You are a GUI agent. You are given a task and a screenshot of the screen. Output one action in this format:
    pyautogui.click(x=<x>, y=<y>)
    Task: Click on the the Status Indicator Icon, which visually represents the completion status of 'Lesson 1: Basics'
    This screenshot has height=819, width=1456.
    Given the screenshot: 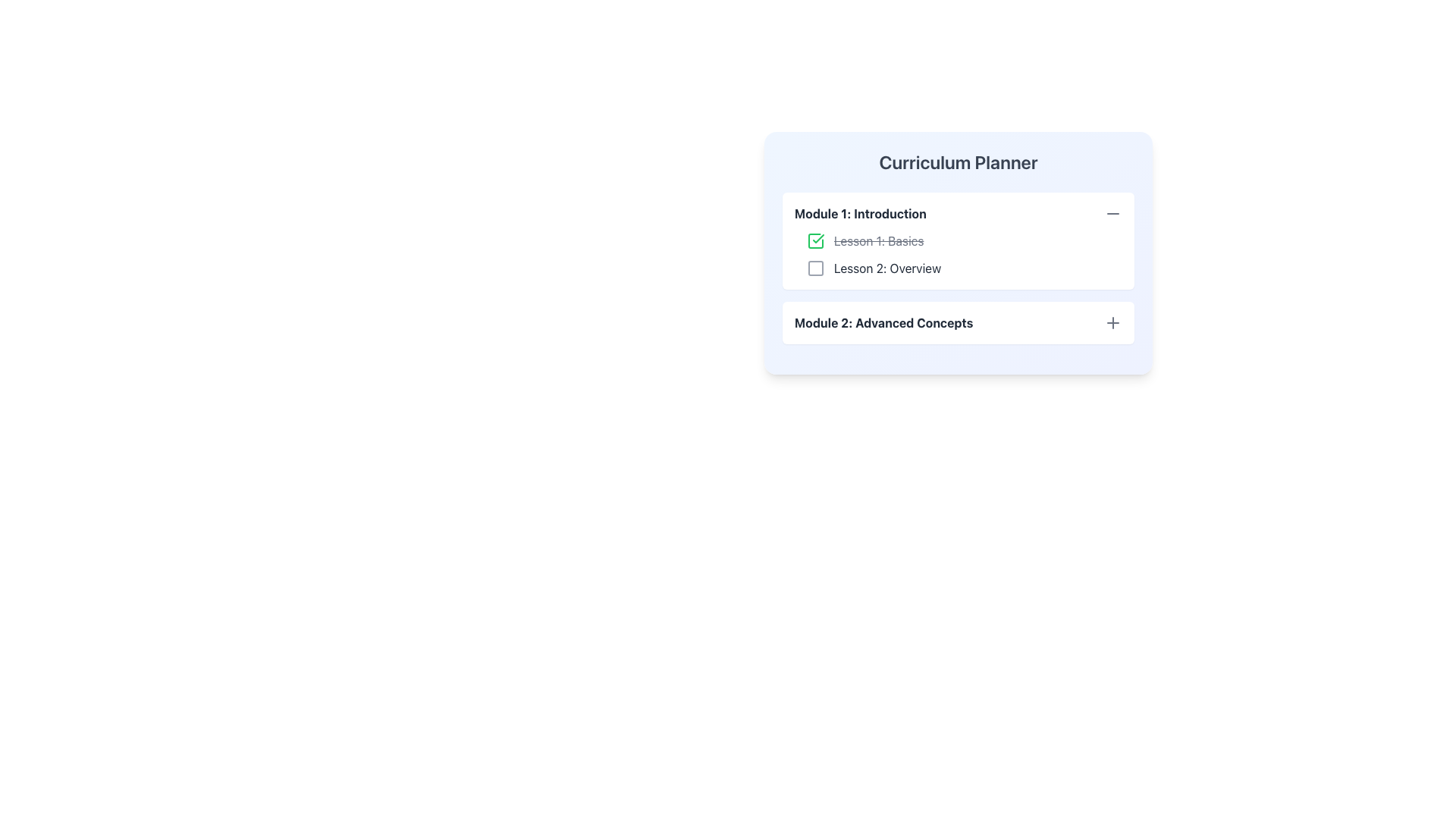 What is the action you would take?
    pyautogui.click(x=814, y=240)
    